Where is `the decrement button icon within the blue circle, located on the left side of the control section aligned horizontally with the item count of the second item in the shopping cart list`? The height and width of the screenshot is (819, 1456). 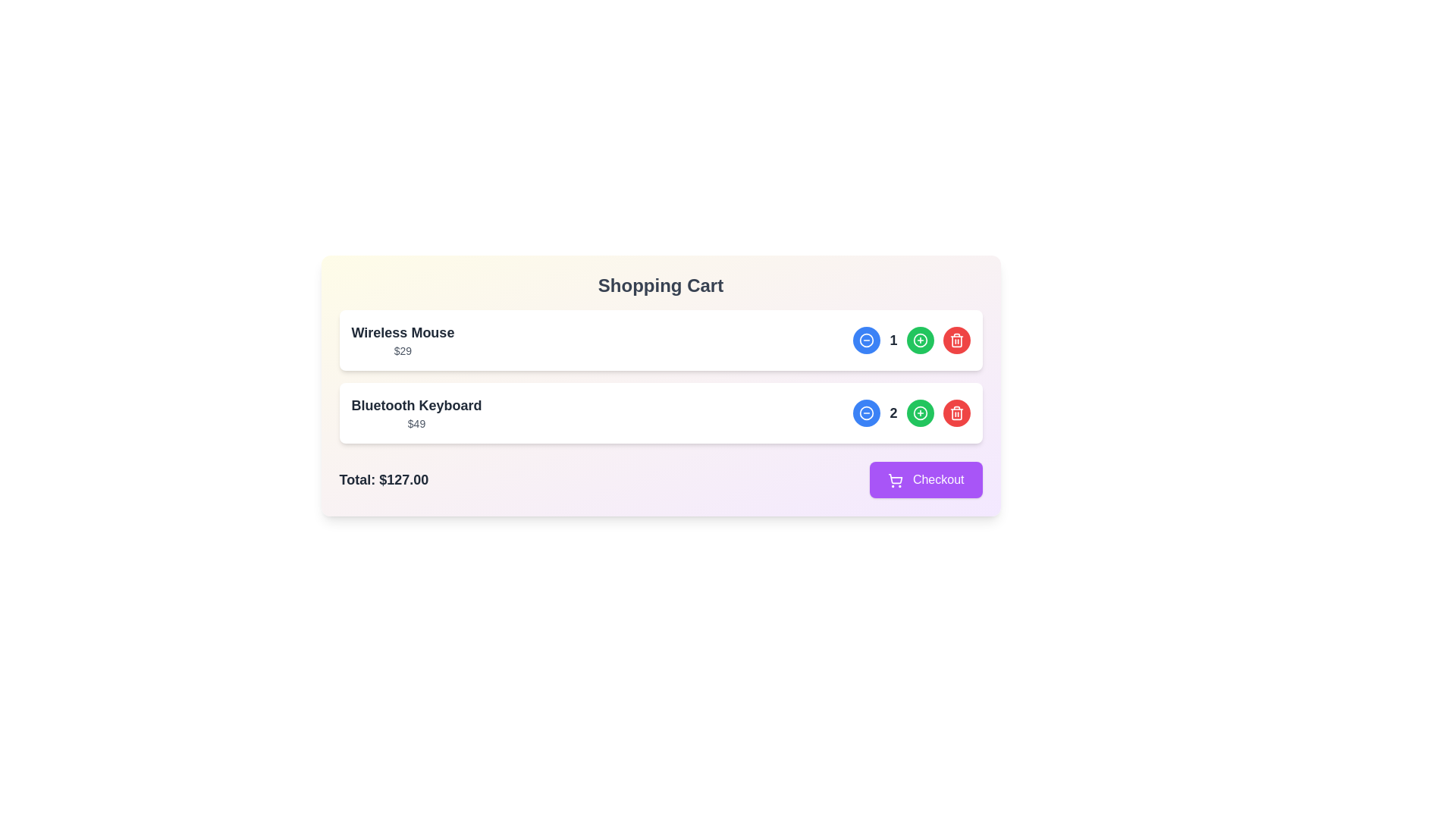 the decrement button icon within the blue circle, located on the left side of the control section aligned horizontally with the item count of the second item in the shopping cart list is located at coordinates (867, 413).